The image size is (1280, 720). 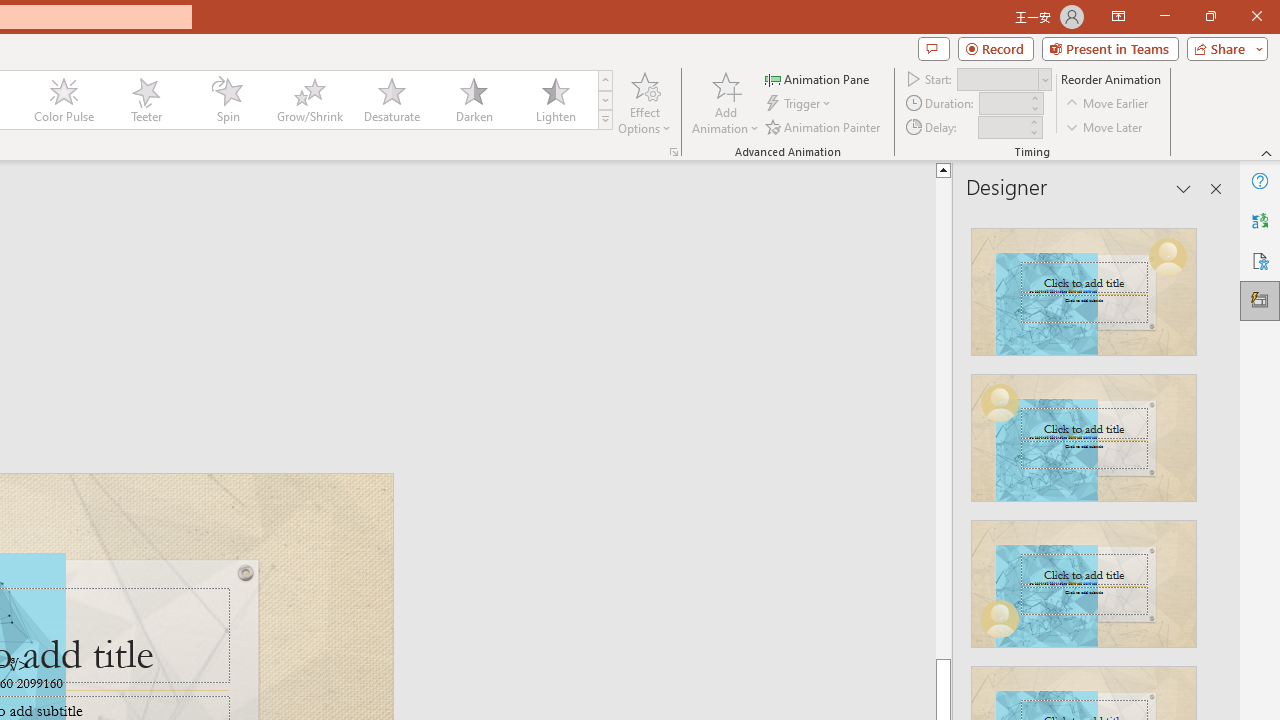 I want to click on 'Animation Delay', so click(x=1002, y=127).